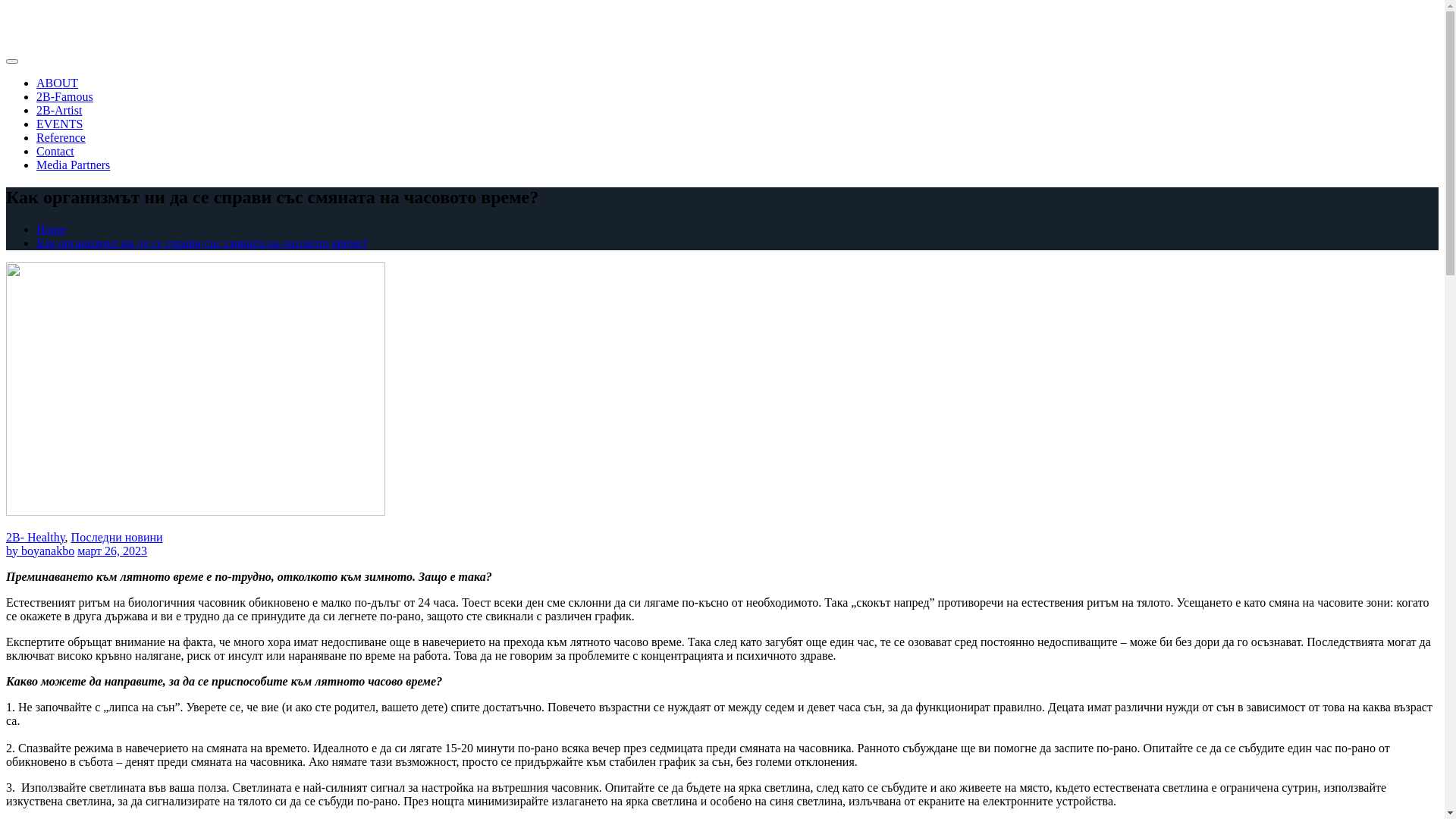 This screenshot has width=1456, height=819. I want to click on 'EVENTS', so click(36, 123).